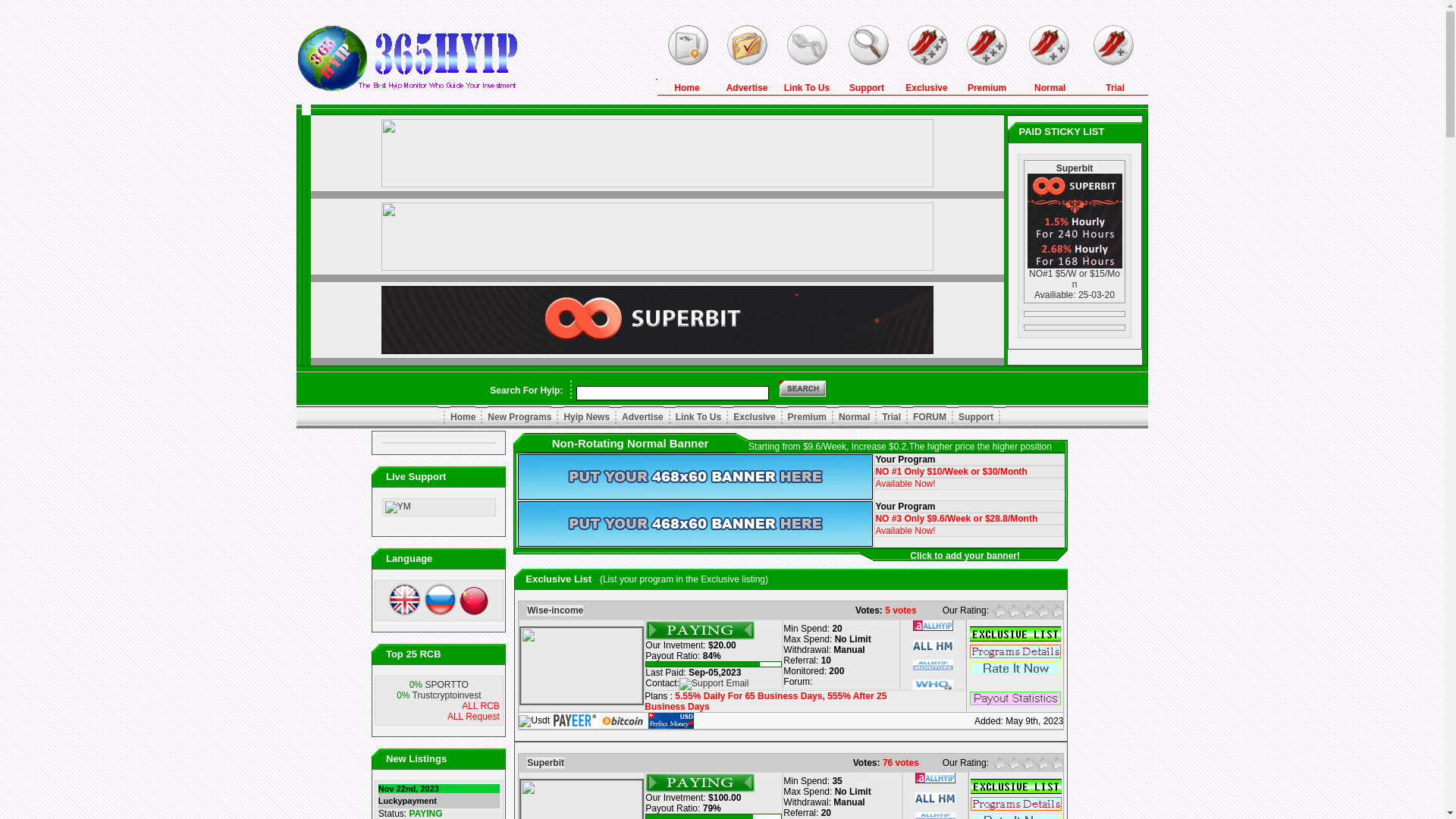 The image size is (1456, 819). What do you see at coordinates (642, 417) in the screenshot?
I see `'Advertise'` at bounding box center [642, 417].